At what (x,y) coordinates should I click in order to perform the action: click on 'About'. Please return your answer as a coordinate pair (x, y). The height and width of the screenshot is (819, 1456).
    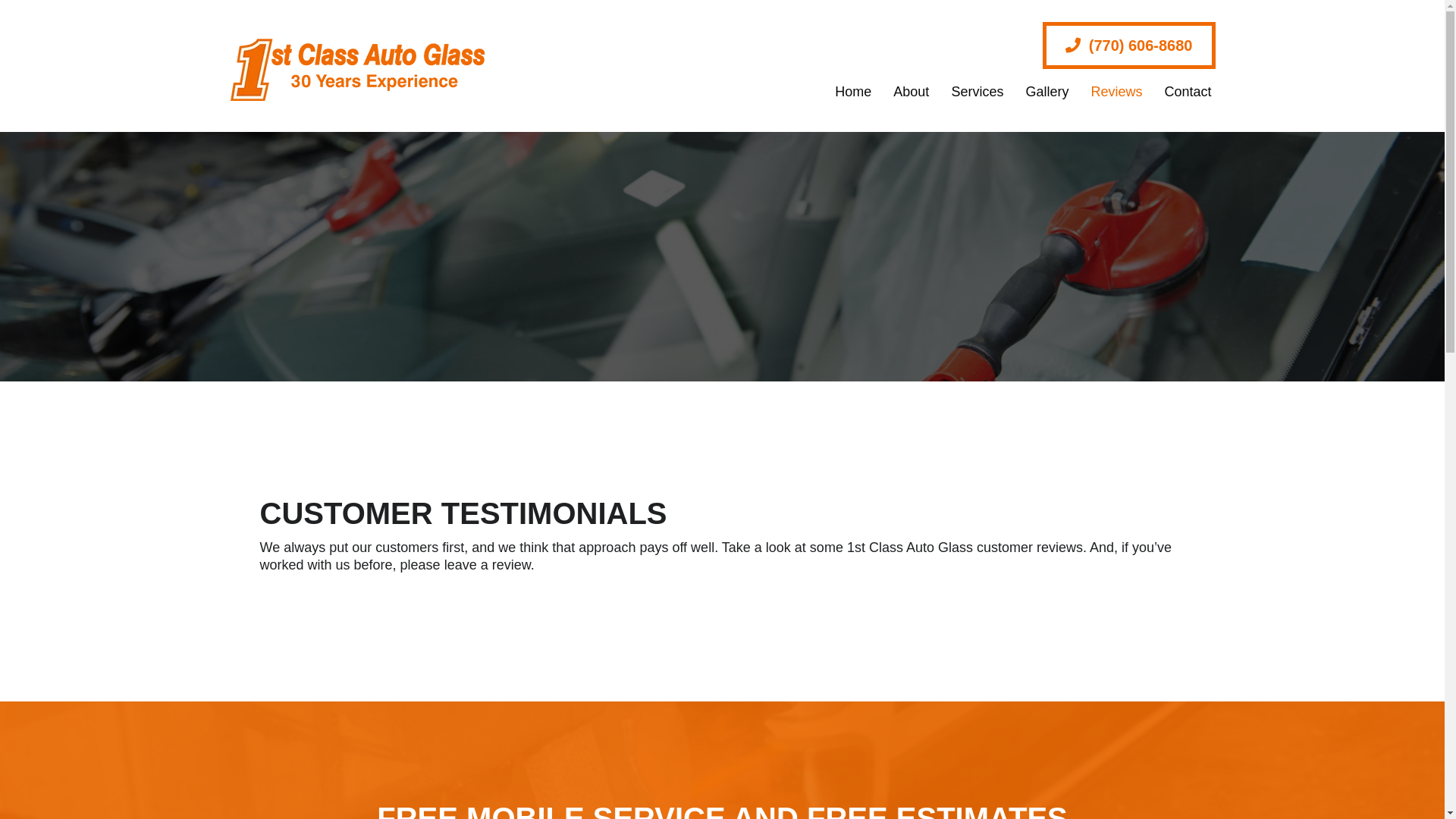
    Looking at the image, I should click on (903, 91).